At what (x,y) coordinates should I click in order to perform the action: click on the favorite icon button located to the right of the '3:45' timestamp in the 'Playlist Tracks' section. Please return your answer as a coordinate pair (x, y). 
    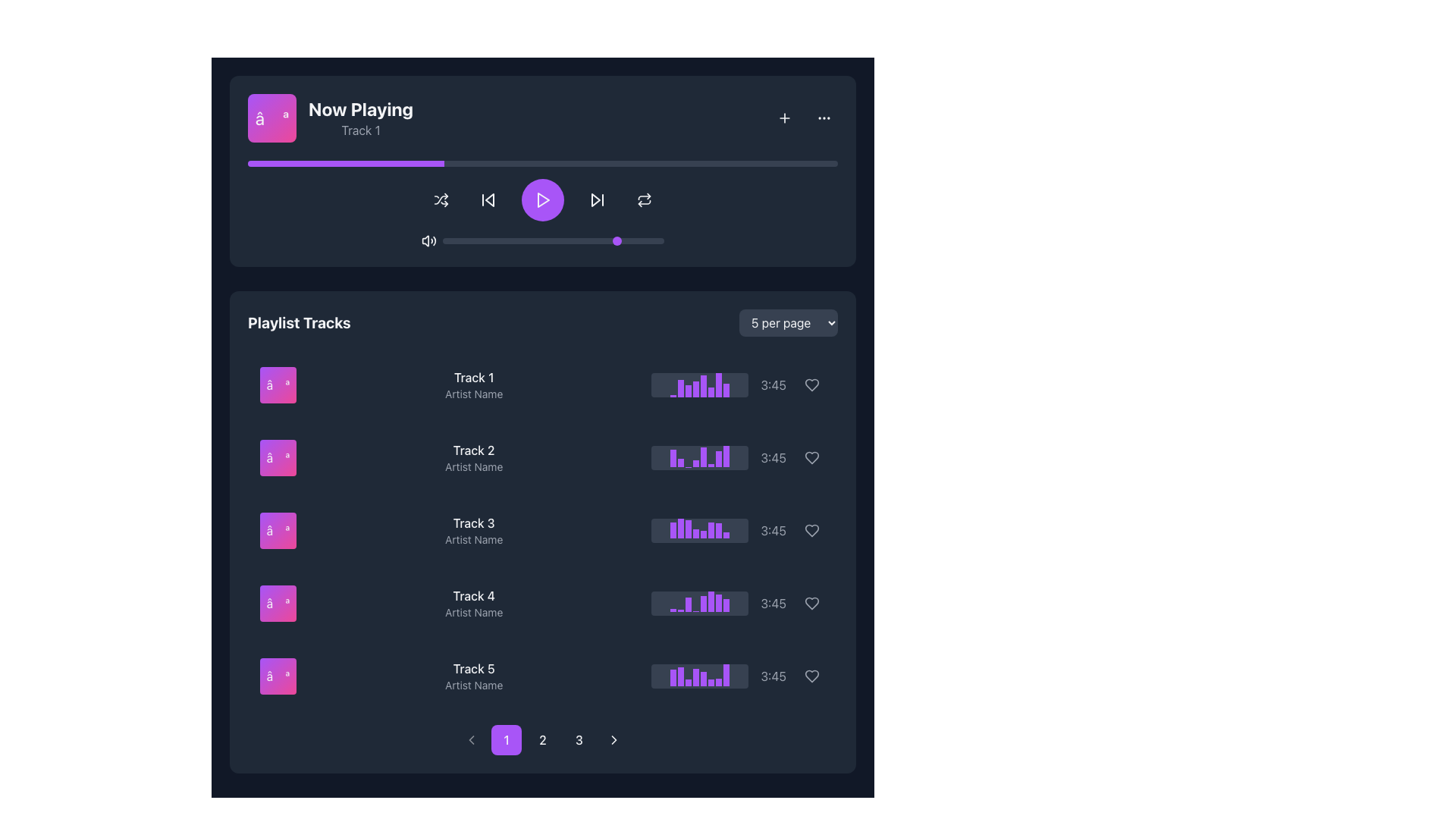
    Looking at the image, I should click on (811, 457).